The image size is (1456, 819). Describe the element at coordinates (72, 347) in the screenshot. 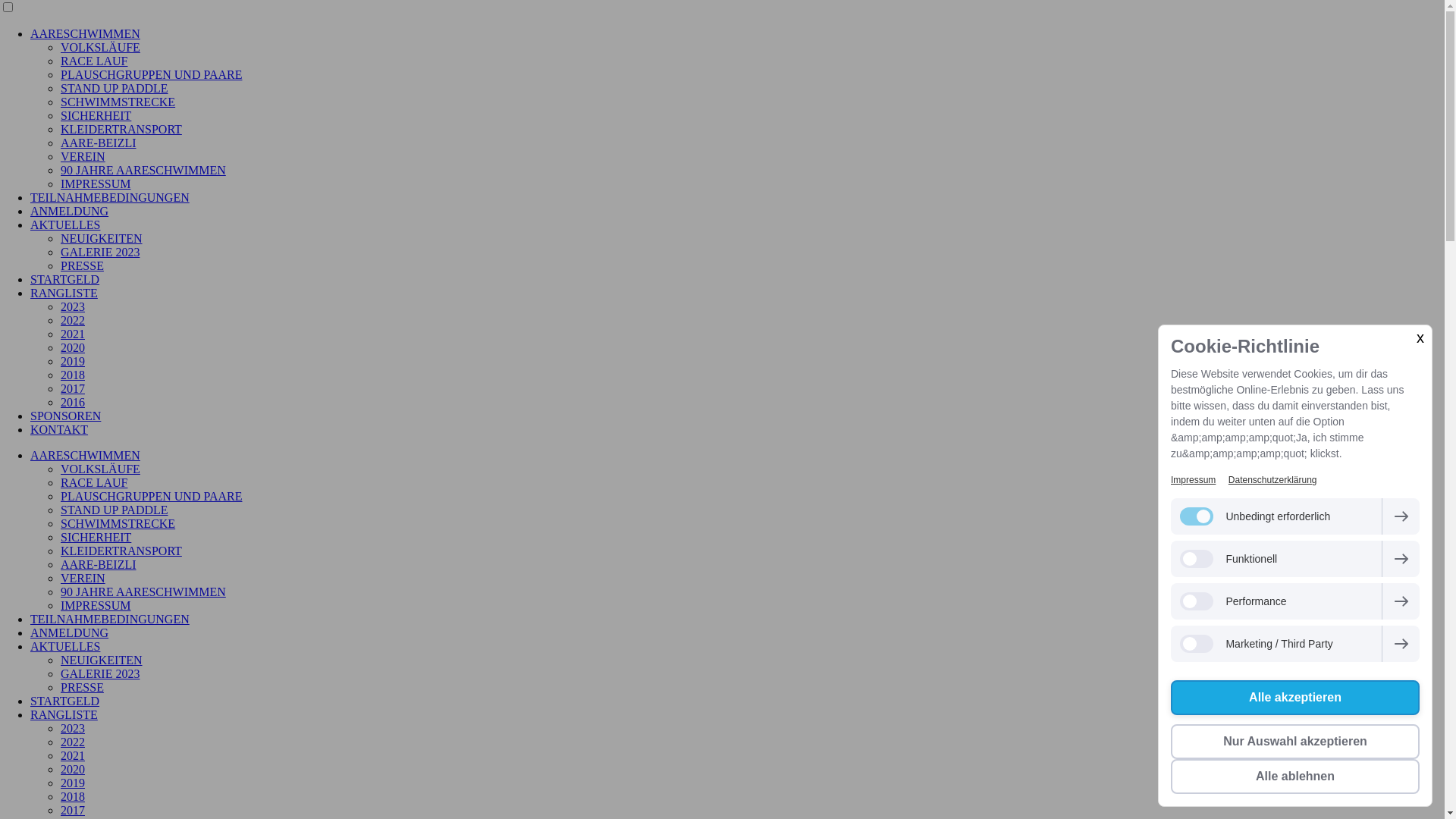

I see `'2020'` at that location.